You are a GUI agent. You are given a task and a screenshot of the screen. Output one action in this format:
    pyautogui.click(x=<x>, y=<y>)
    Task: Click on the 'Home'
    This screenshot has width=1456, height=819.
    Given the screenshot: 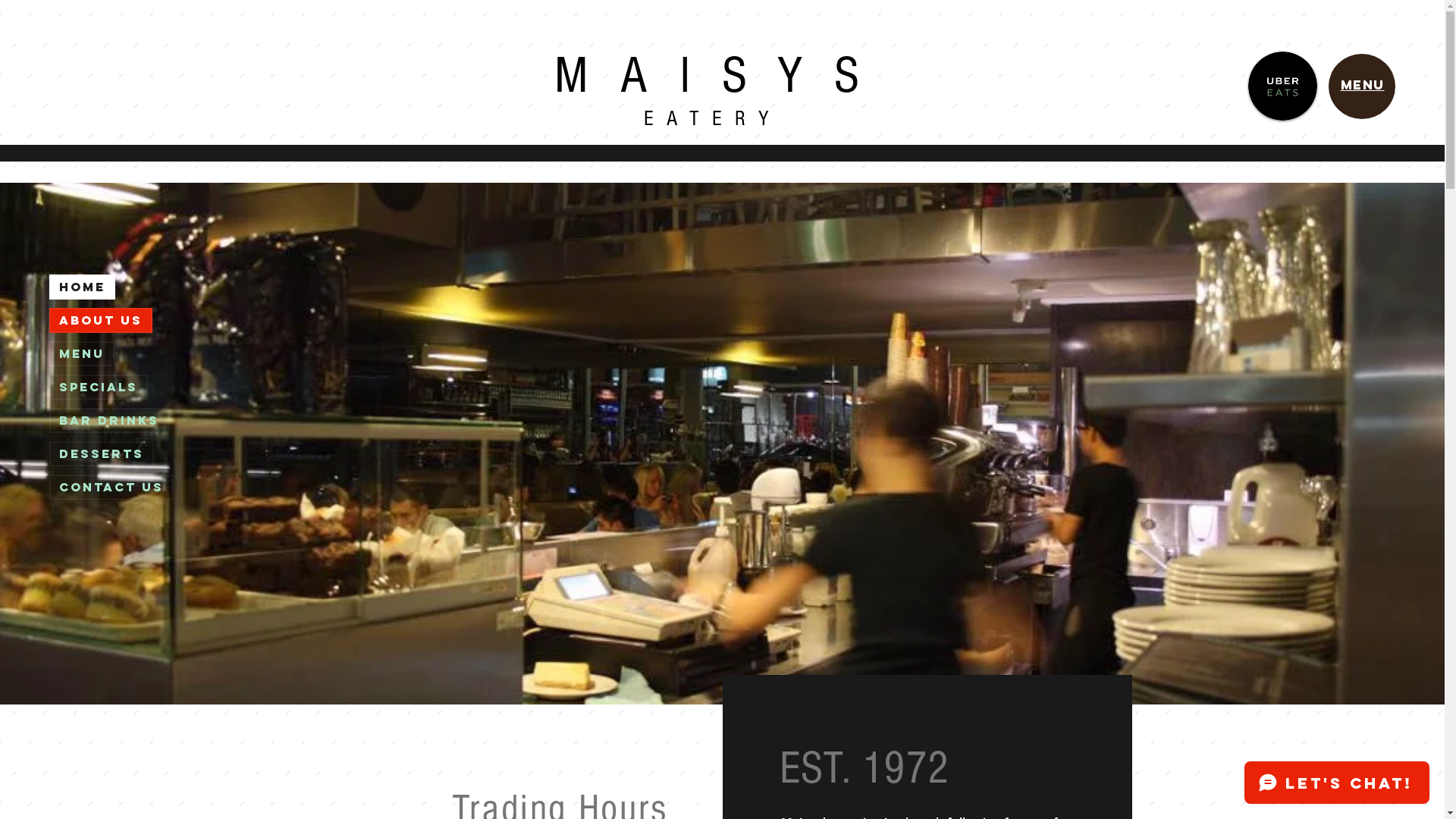 What is the action you would take?
    pyautogui.click(x=81, y=287)
    